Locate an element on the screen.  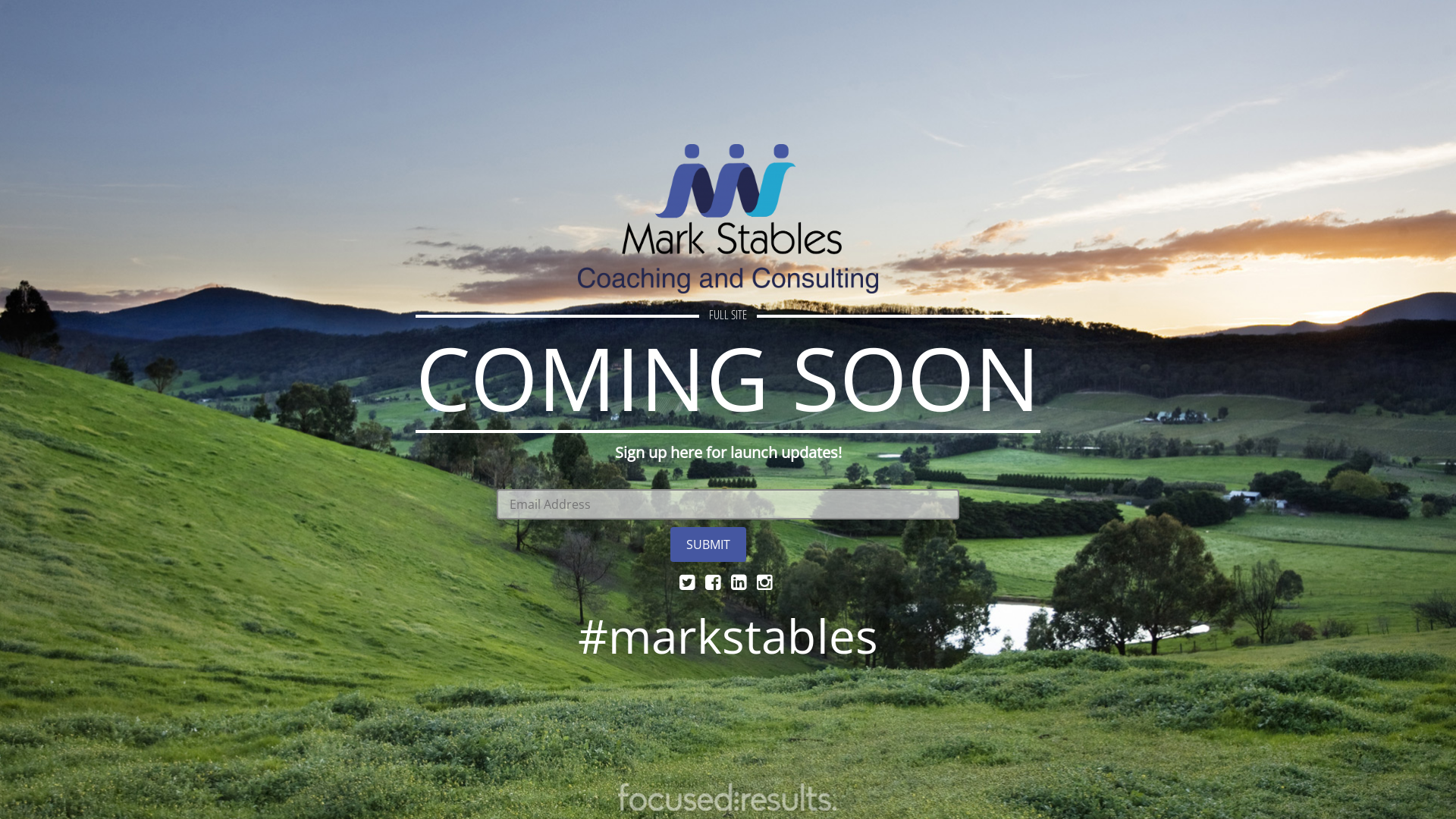
'SUBMIT' is located at coordinates (708, 543).